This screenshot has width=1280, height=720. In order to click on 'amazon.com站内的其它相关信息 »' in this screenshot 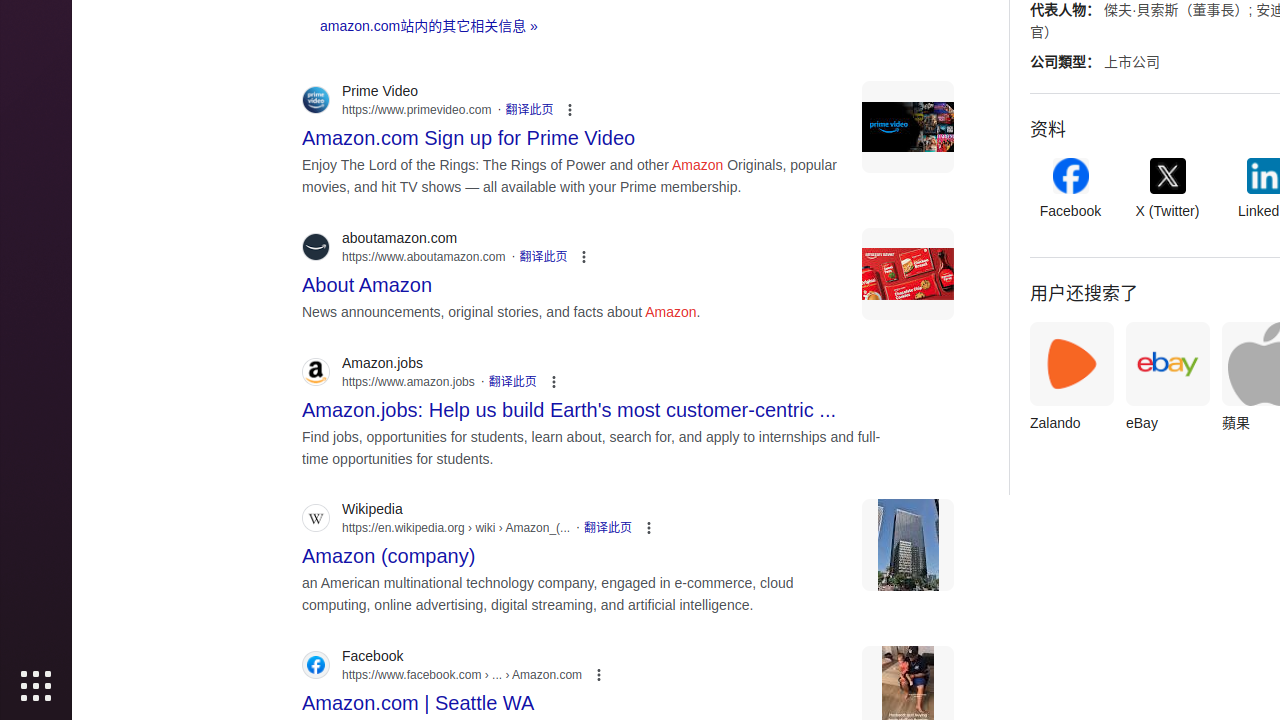, I will do `click(428, 25)`.